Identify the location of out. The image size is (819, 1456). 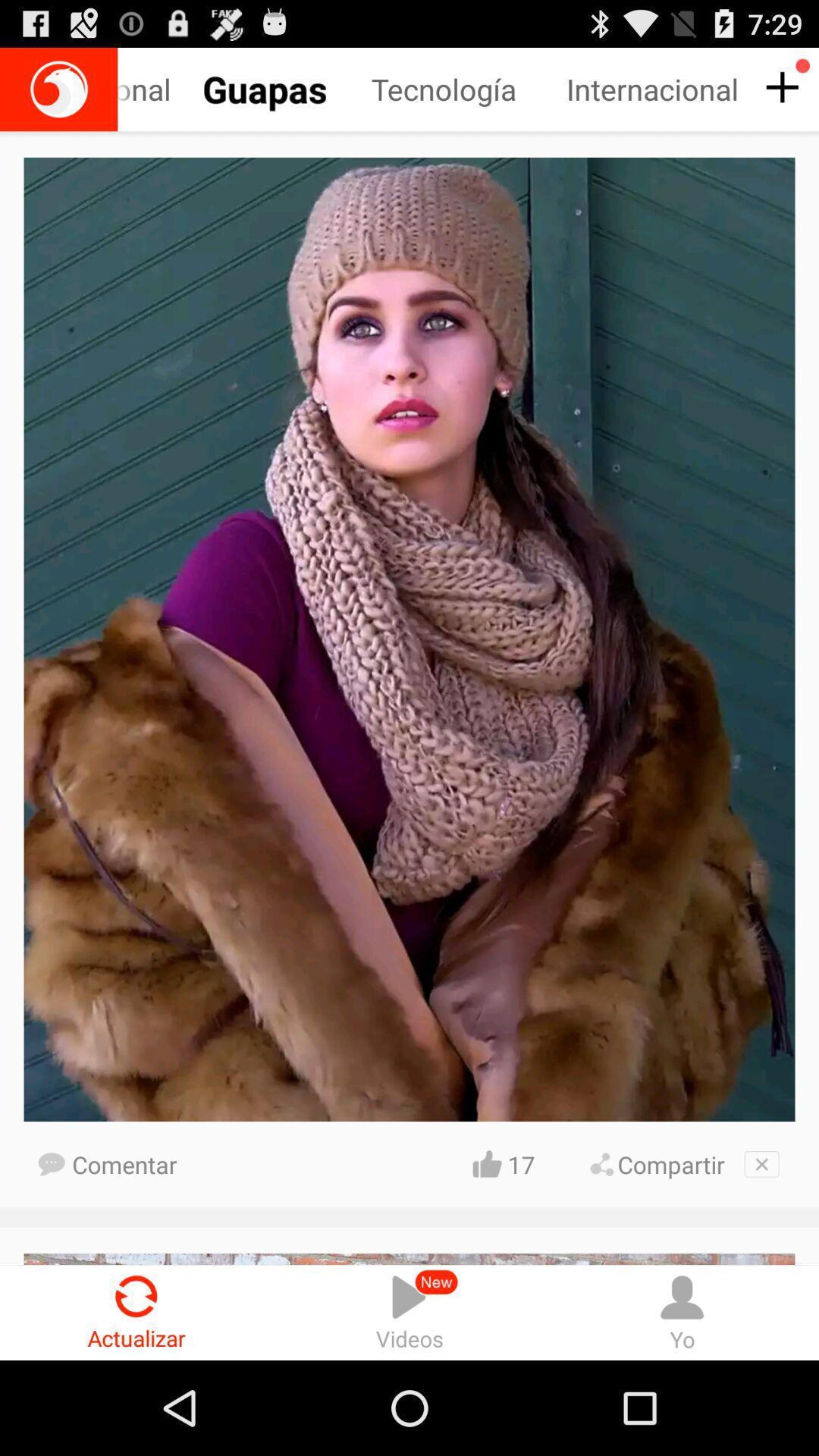
(761, 1163).